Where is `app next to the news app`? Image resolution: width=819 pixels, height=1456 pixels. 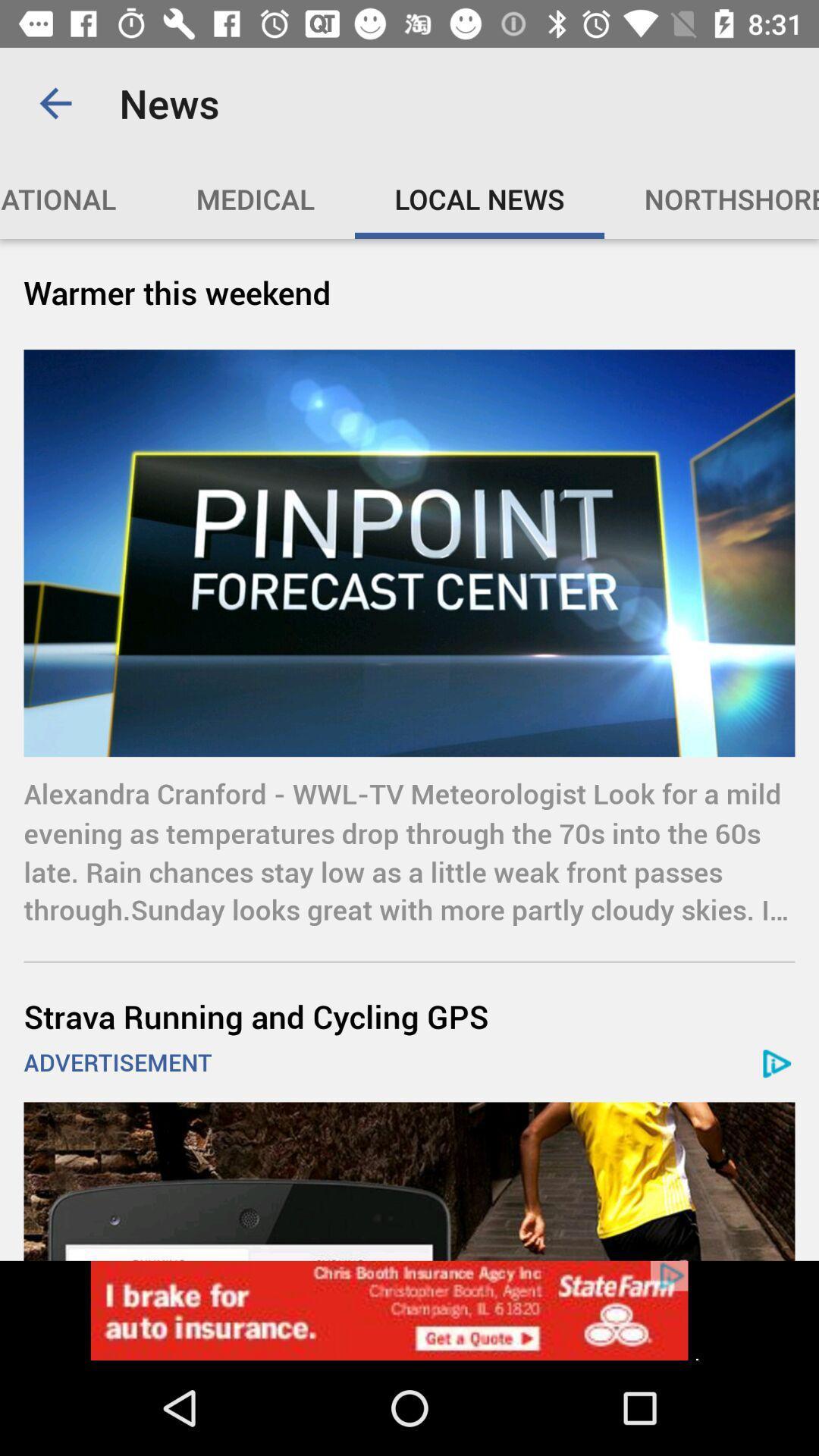 app next to the news app is located at coordinates (55, 102).